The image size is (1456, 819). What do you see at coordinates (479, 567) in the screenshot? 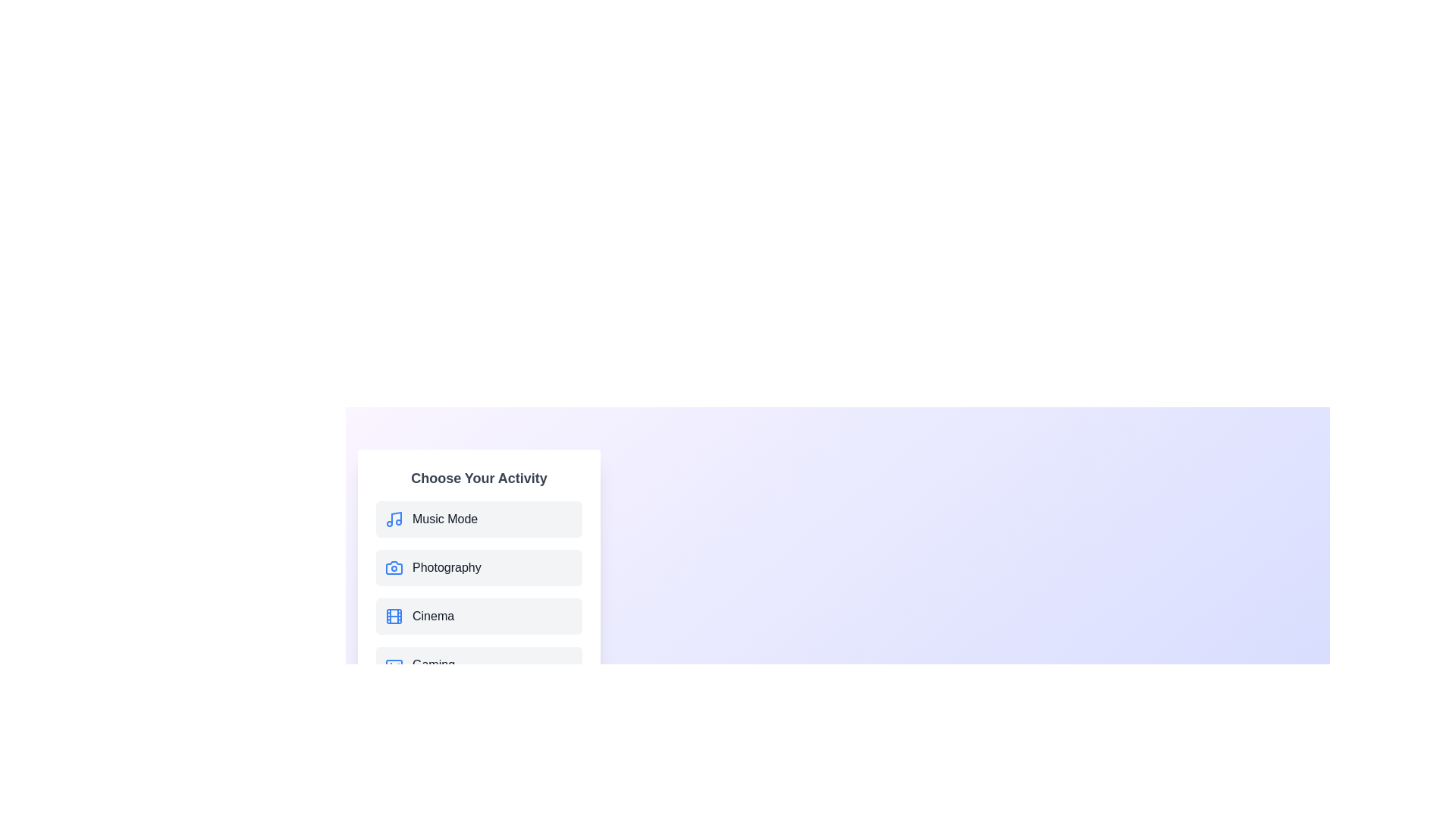
I see `the menu item labeled Photography to observe its hover effect` at bounding box center [479, 567].